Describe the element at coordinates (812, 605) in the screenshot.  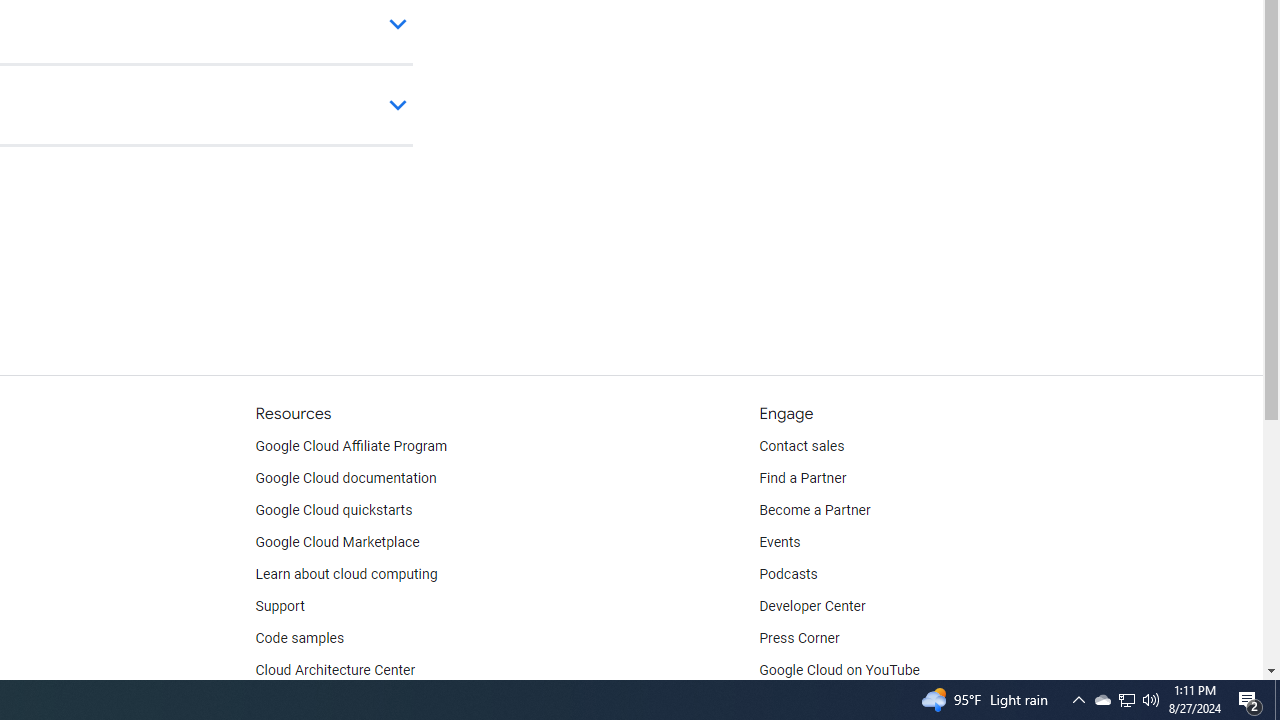
I see `'Developer Center'` at that location.